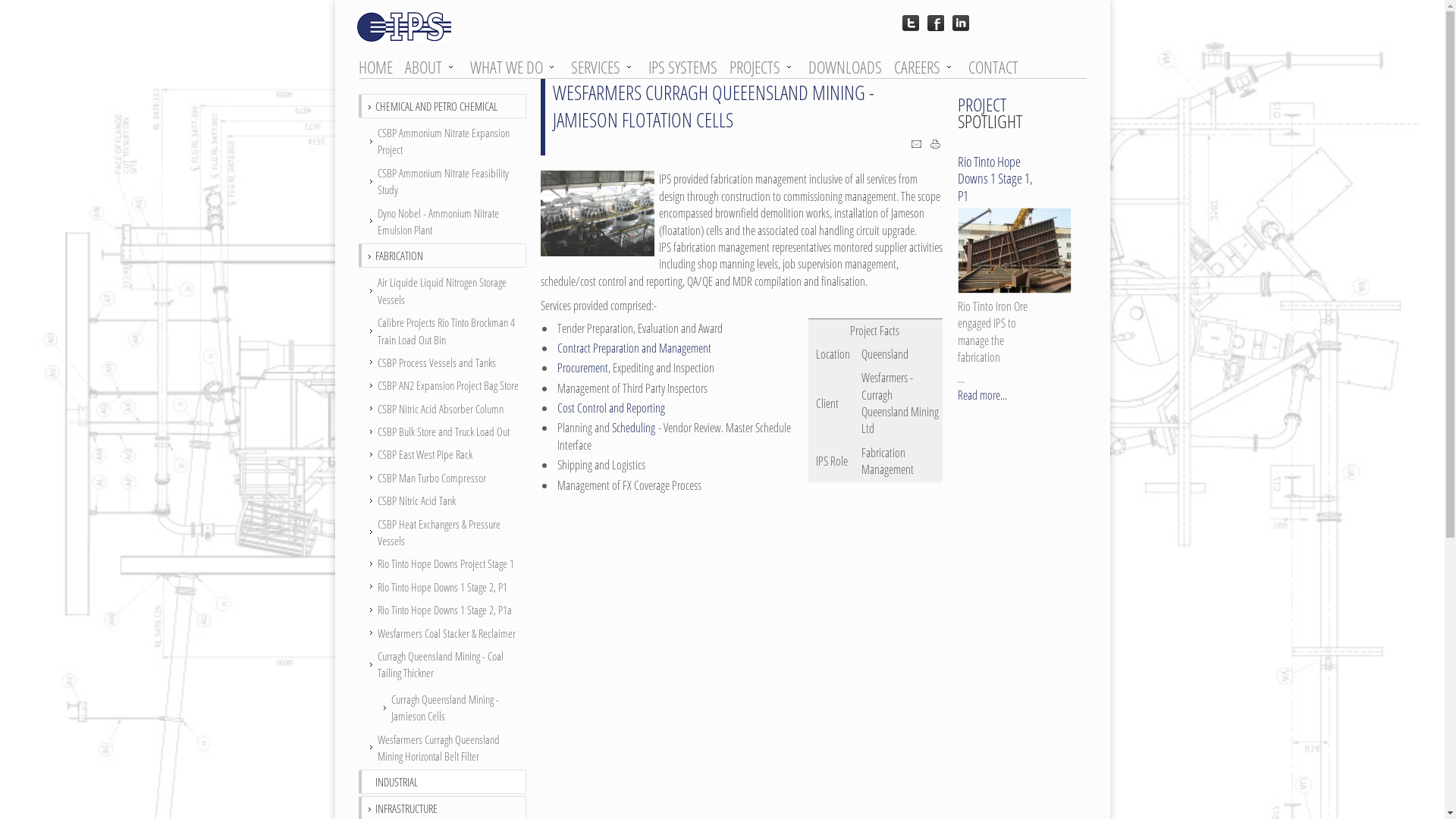 The width and height of the screenshot is (1456, 819). I want to click on 'CSBP Ammonium Nitrate Expansion Project', so click(442, 141).